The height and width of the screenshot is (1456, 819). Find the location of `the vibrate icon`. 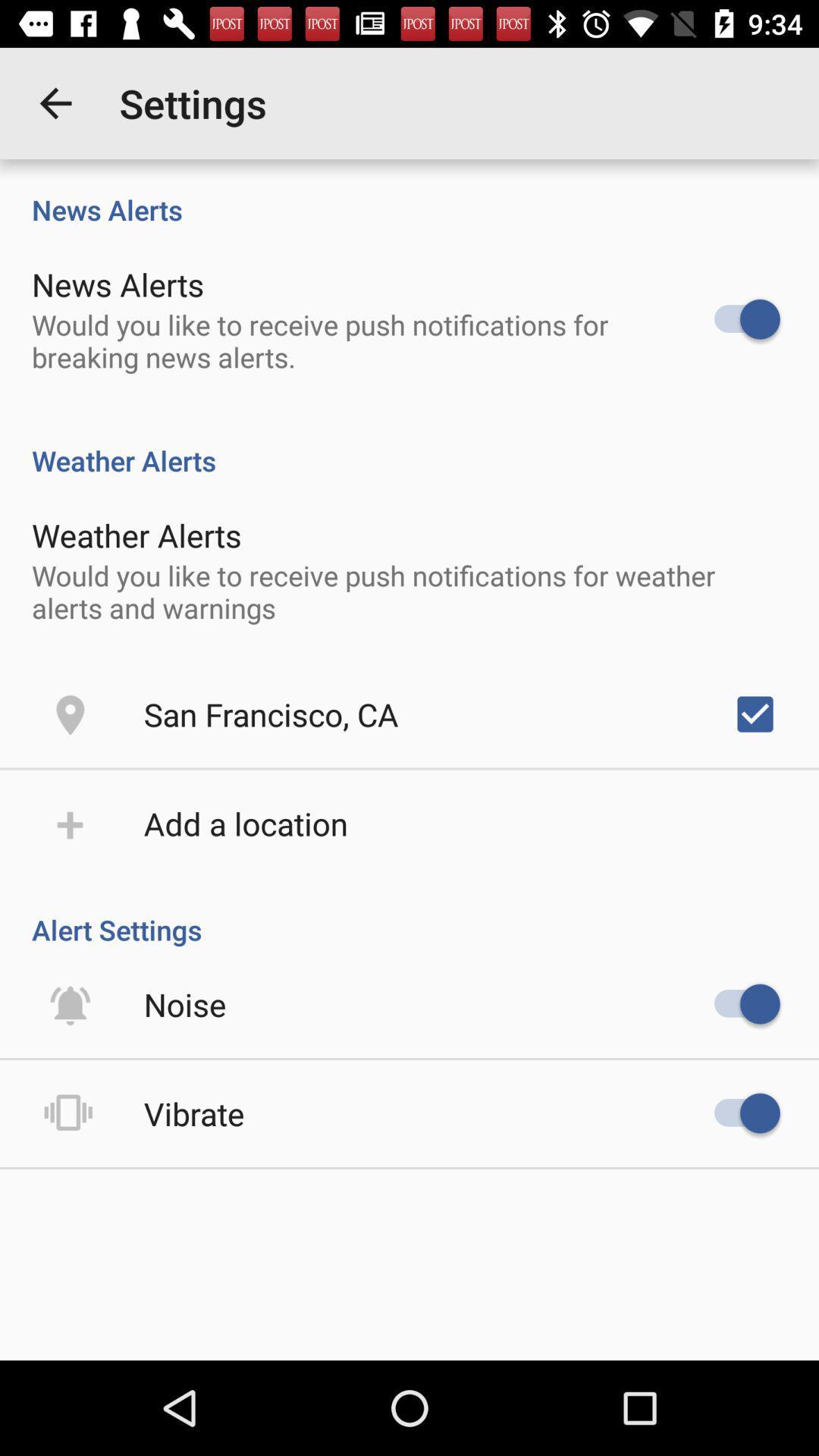

the vibrate icon is located at coordinates (193, 1113).